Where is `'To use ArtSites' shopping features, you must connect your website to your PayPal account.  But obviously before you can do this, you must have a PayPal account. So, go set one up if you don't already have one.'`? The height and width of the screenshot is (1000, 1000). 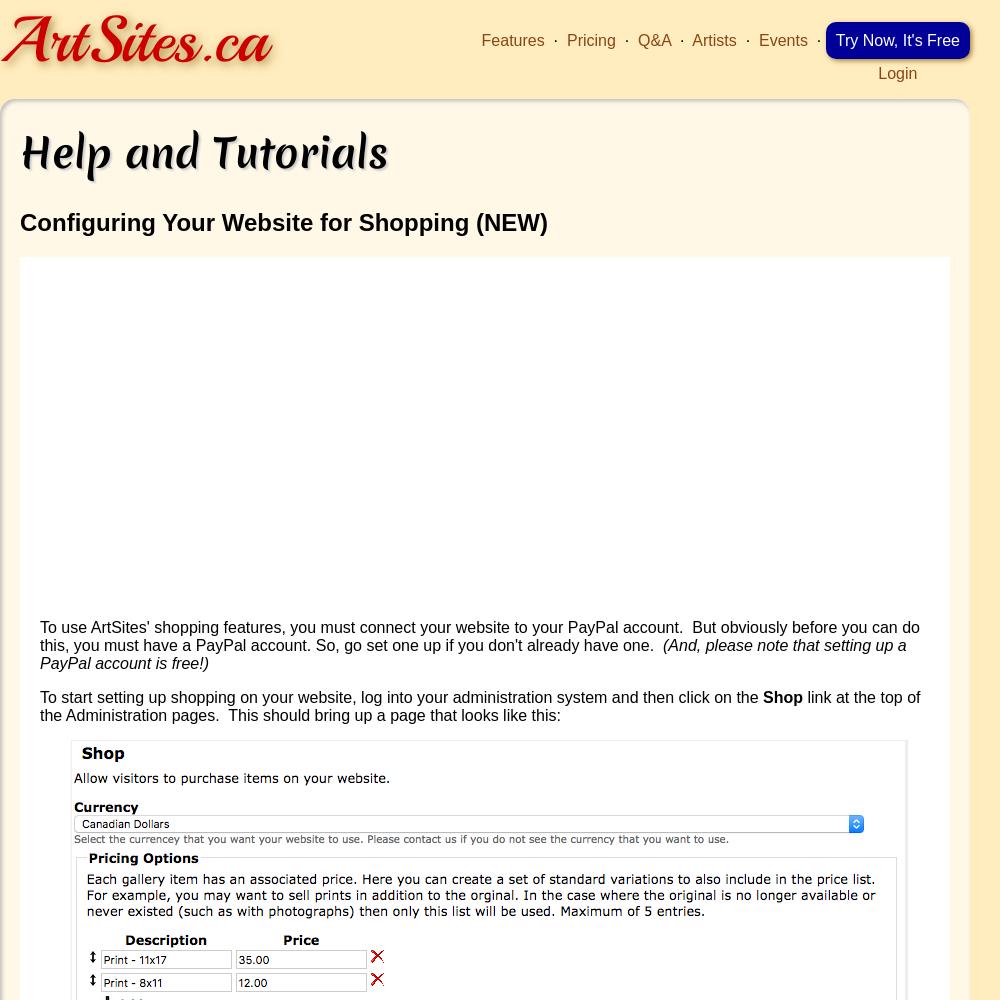
'To use ArtSites' shopping features, you must connect your website to your PayPal account.  But obviously before you can do this, you must have a PayPal account. So, go set one up if you don't already have one.' is located at coordinates (479, 635).